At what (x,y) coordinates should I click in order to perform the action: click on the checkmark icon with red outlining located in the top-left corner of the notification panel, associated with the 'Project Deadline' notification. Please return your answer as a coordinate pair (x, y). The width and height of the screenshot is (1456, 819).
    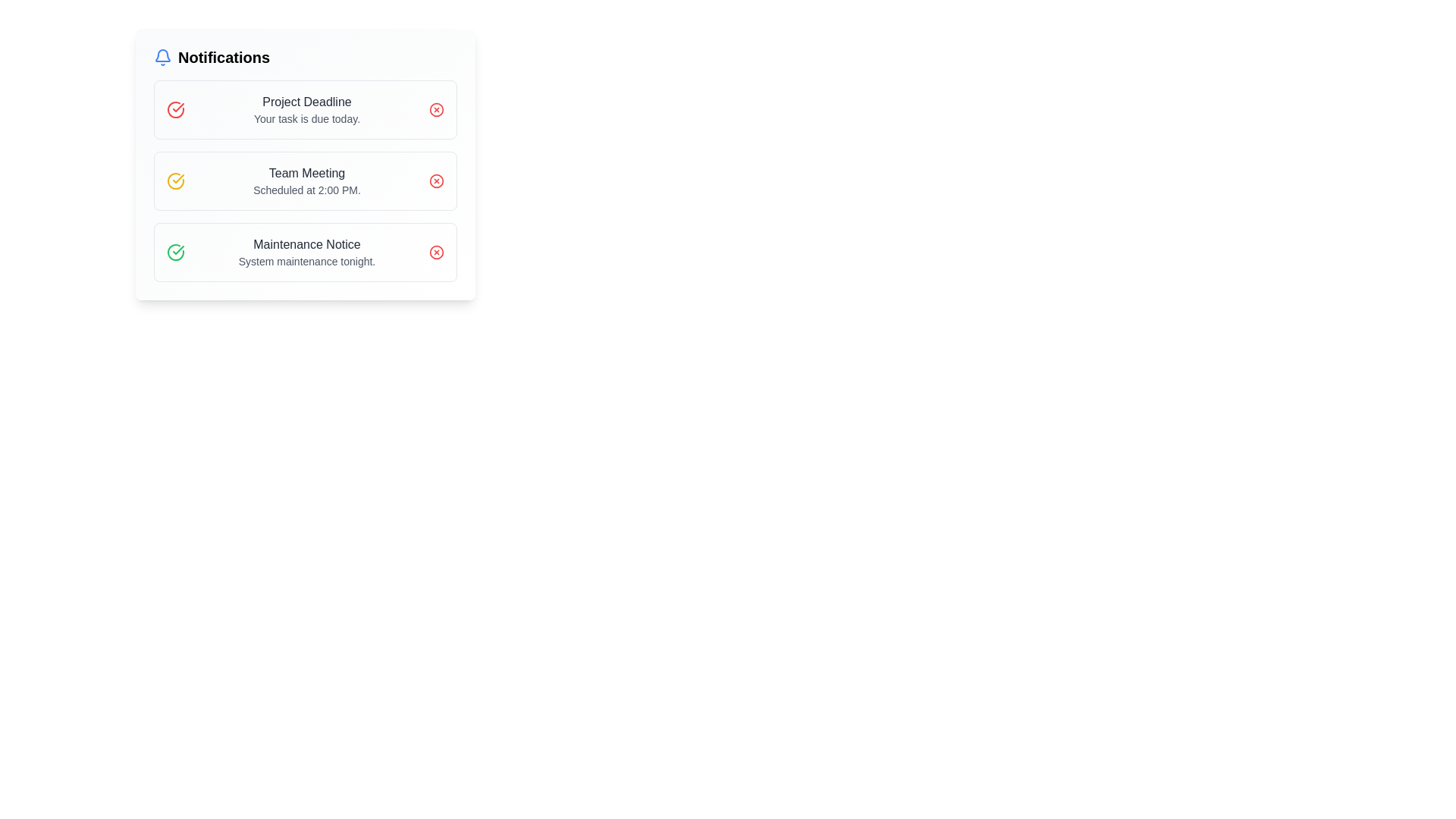
    Looking at the image, I should click on (178, 107).